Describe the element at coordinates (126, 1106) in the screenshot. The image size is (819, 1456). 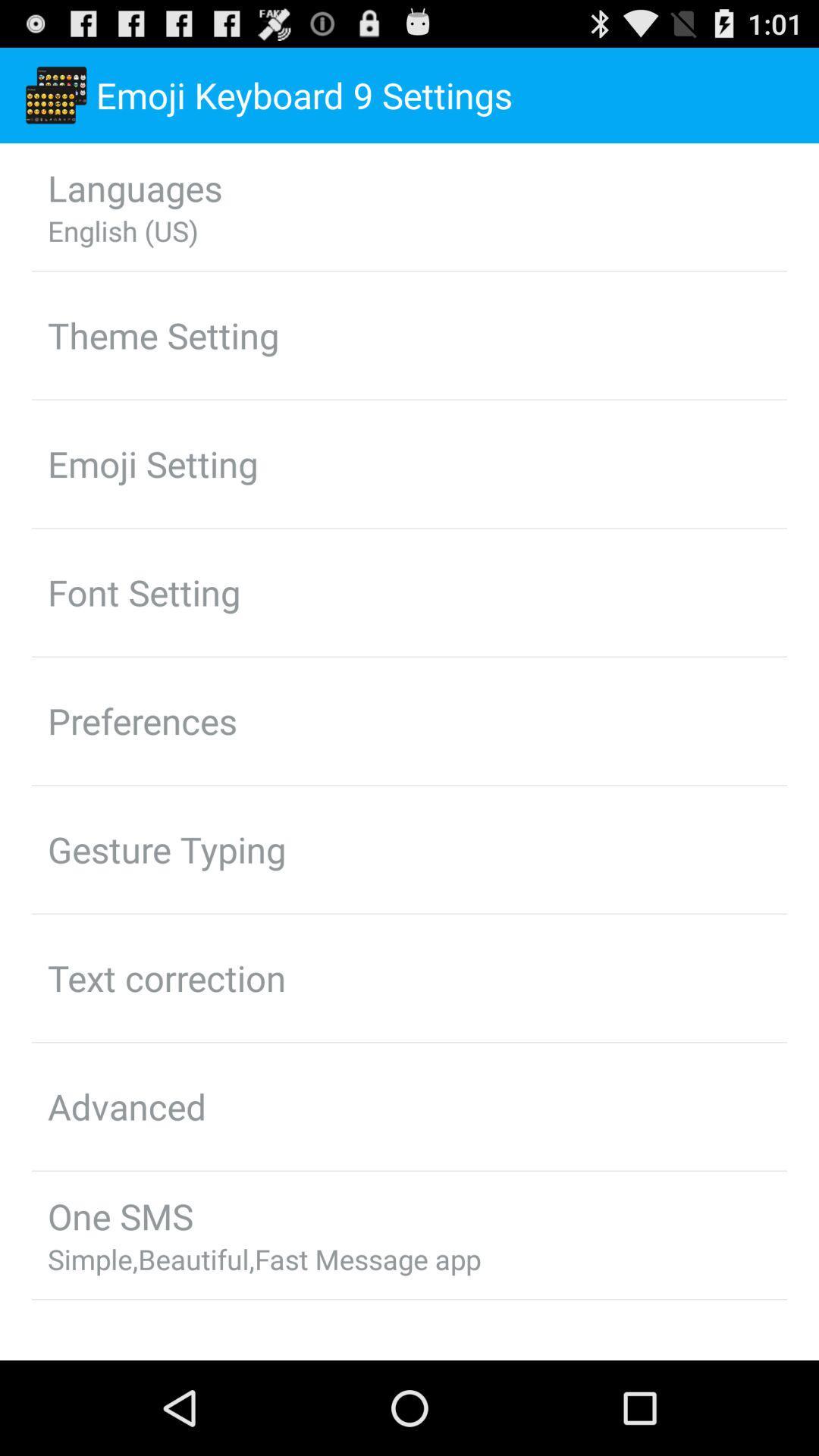
I see `app above the one sms icon` at that location.